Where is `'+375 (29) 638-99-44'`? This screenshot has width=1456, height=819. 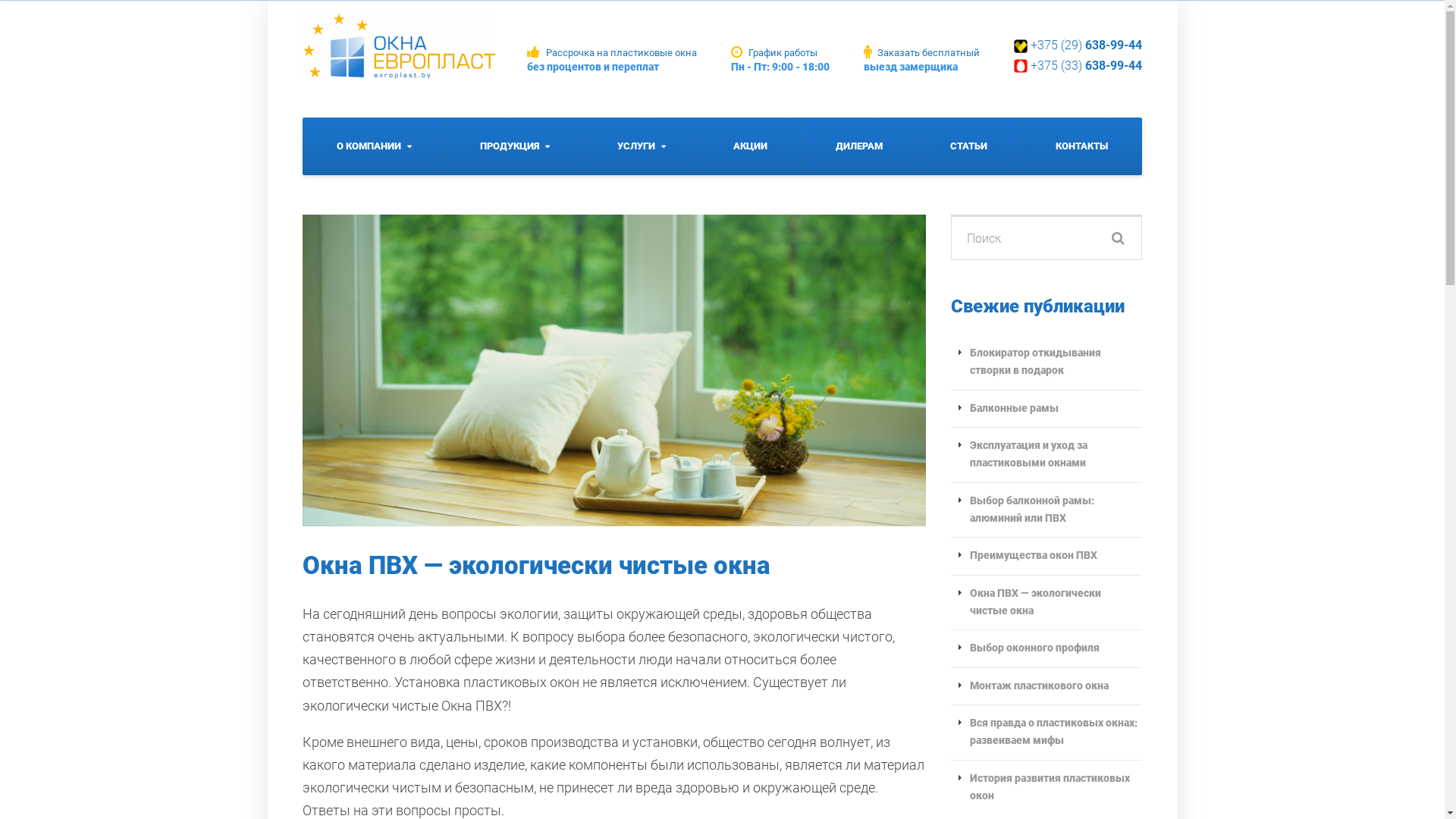 '+375 (29) 638-99-44' is located at coordinates (1085, 44).